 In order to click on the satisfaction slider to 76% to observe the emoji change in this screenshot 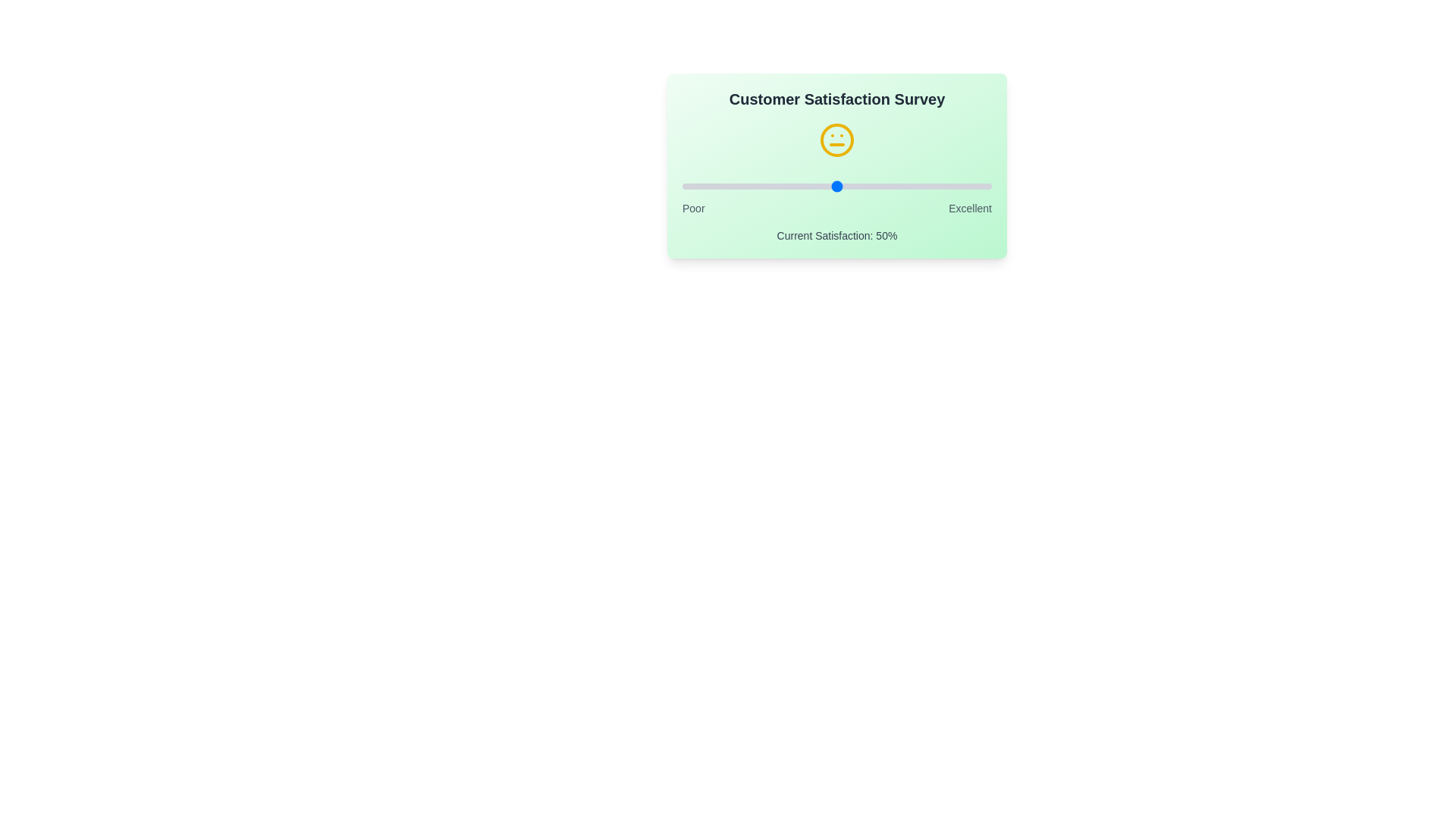, I will do `click(916, 186)`.